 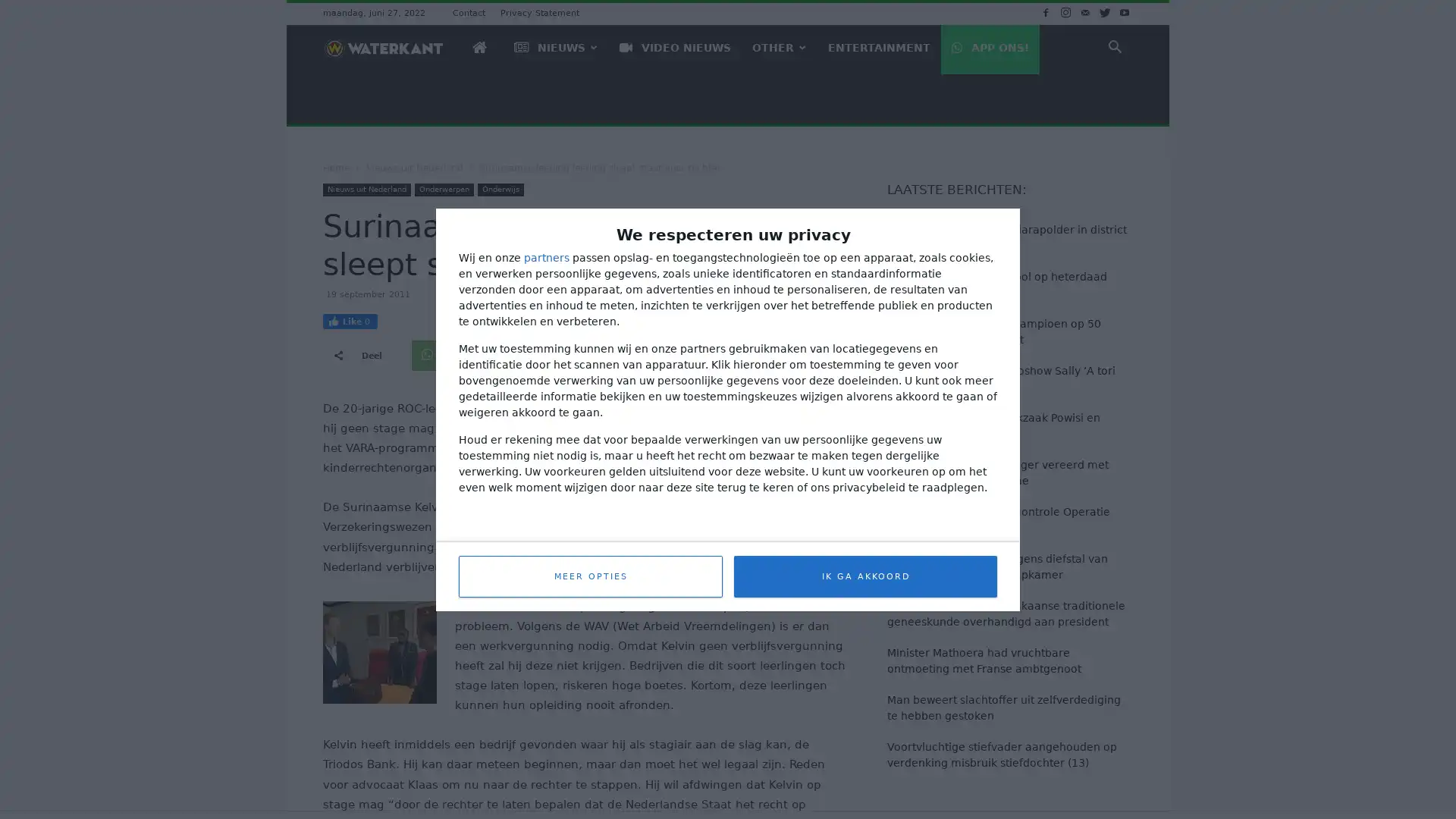 I want to click on partners, so click(x=546, y=256).